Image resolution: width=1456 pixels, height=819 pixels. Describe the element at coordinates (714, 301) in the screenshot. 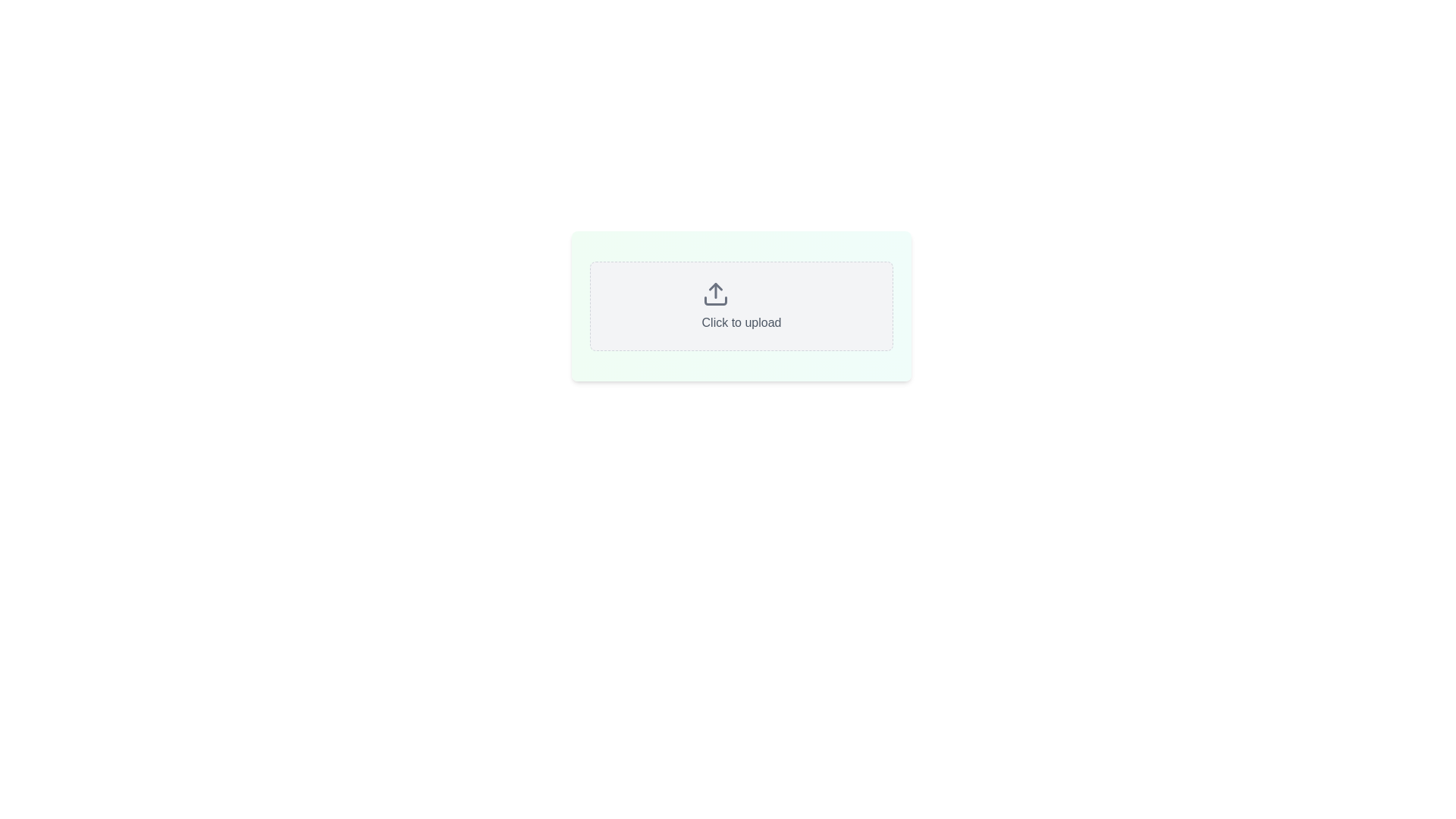

I see `the decorative shape element that represents the base of the upload icon within the SVG graphic, which is positioned below the arrow and above the vertical line` at that location.